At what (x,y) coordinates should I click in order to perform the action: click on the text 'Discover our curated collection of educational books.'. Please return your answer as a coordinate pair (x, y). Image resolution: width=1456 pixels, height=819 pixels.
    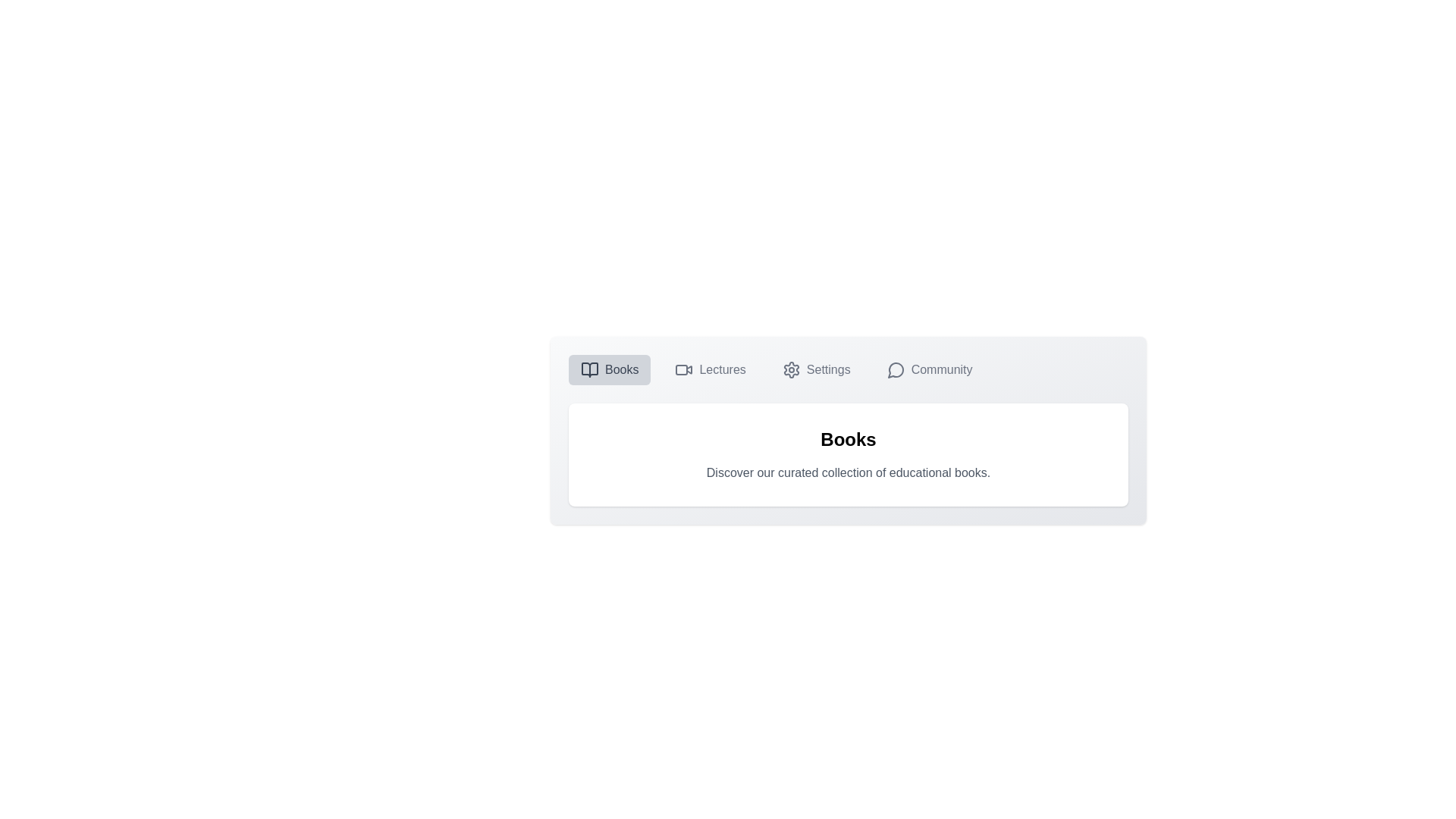
    Looking at the image, I should click on (847, 472).